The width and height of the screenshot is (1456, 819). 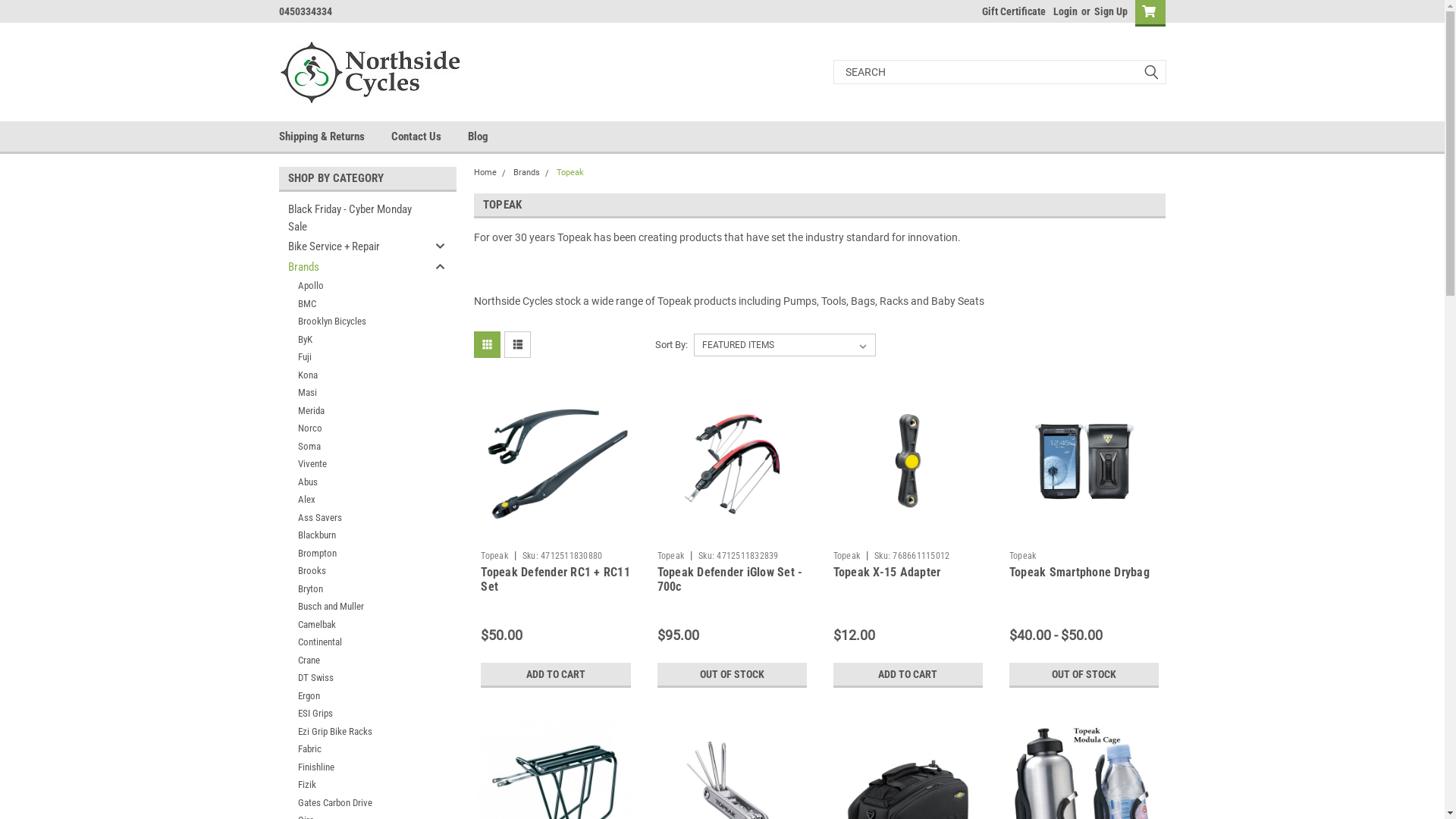 I want to click on 'Bike Service + Repair', so click(x=353, y=246).